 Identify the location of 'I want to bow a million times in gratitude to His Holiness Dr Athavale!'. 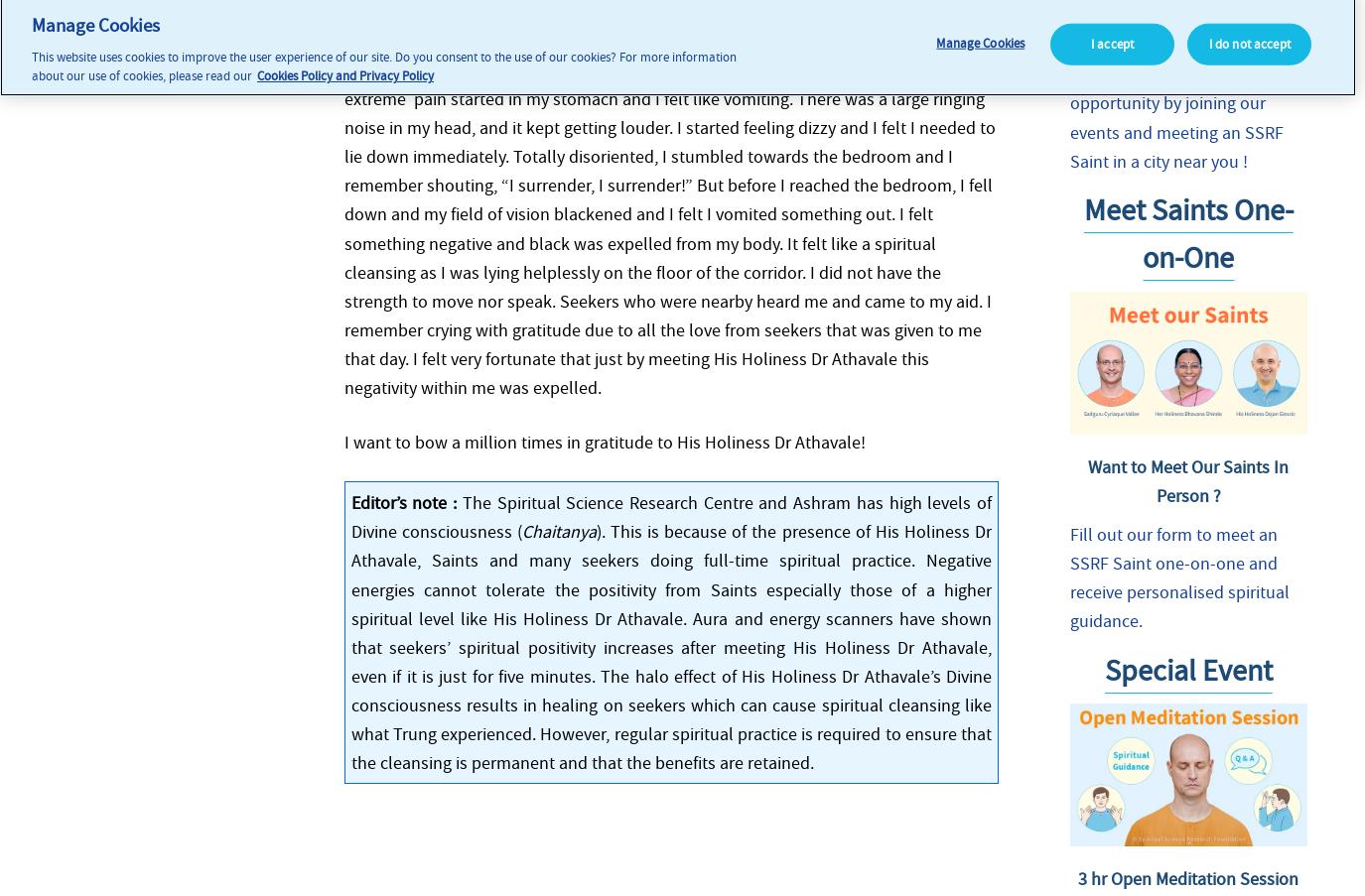
(603, 440).